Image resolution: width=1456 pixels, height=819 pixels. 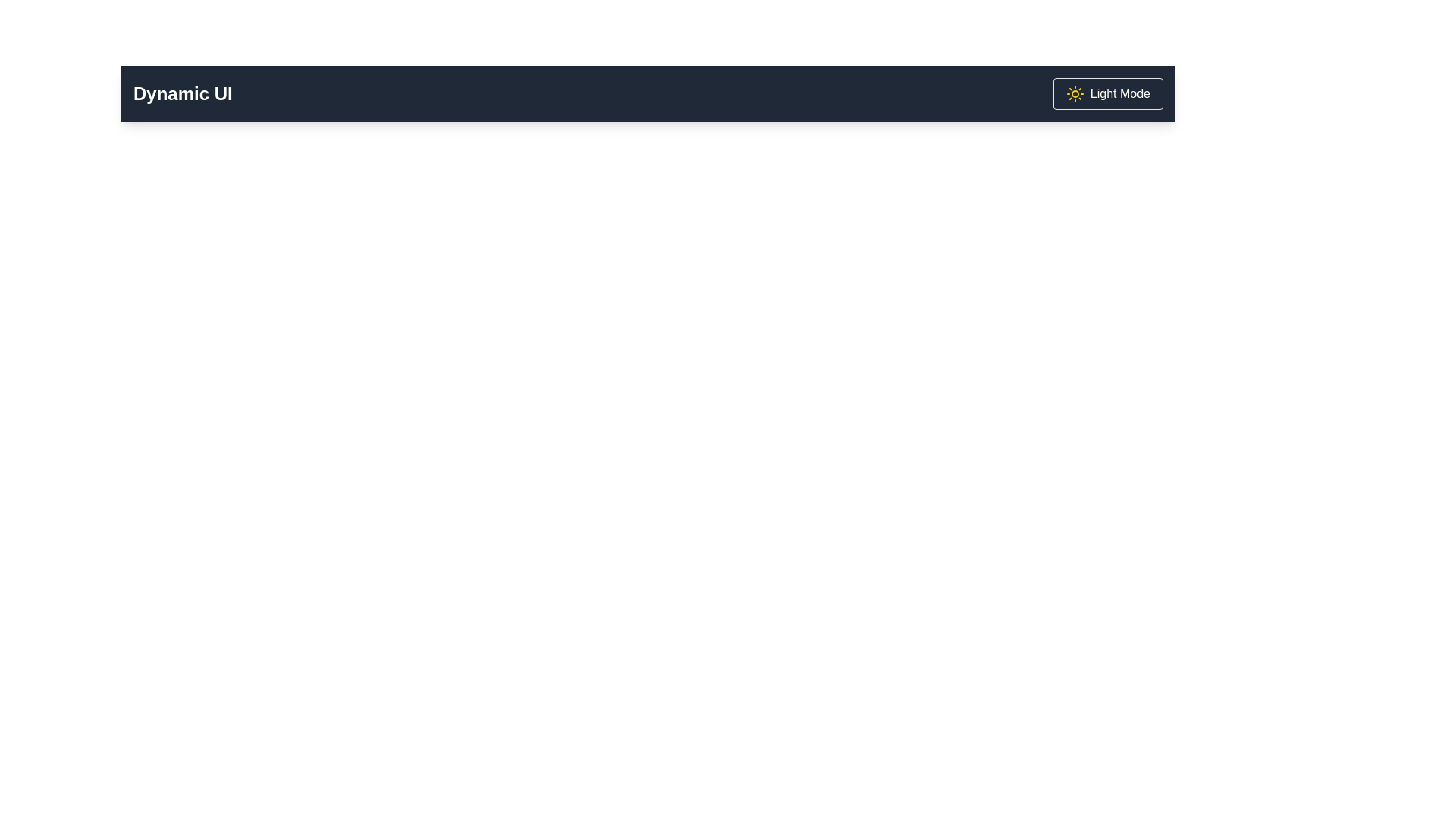 I want to click on theme toggle button to switch modes, so click(x=1107, y=93).